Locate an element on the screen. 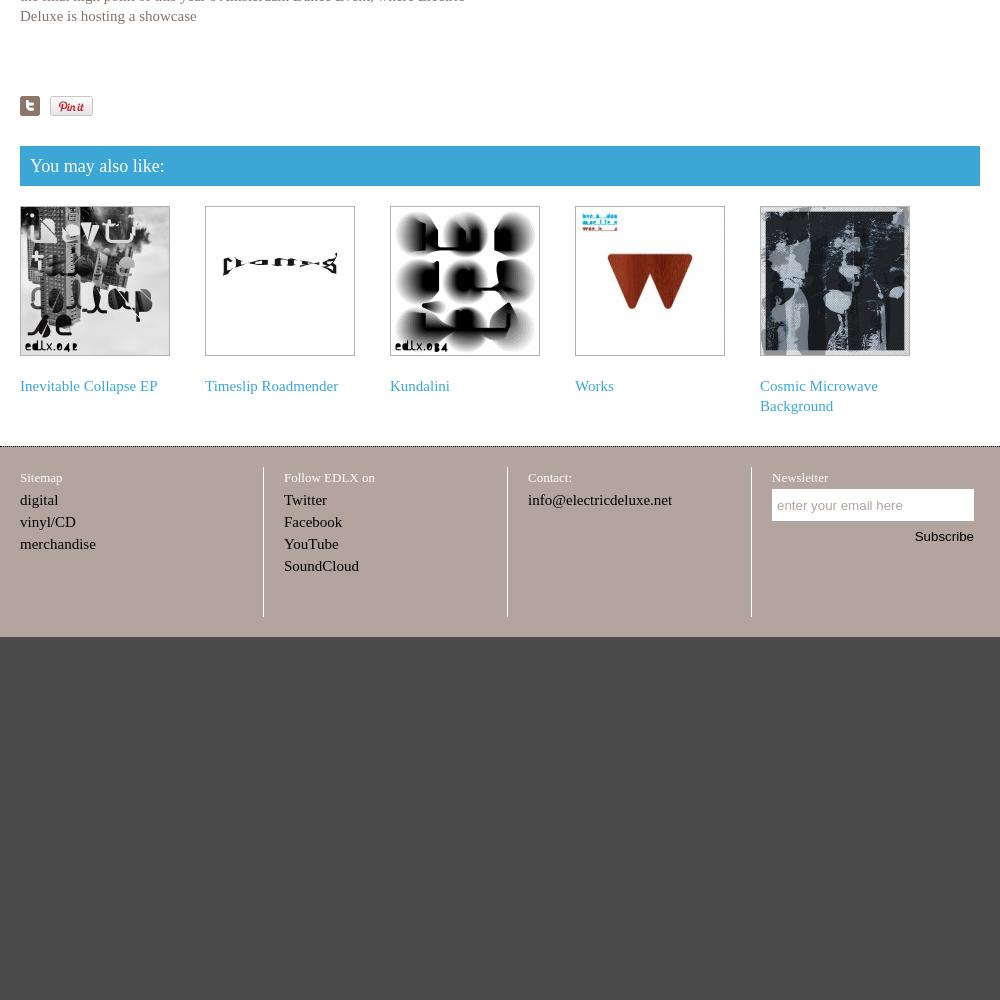 Image resolution: width=1000 pixels, height=1000 pixels. 'digital' is located at coordinates (20, 500).